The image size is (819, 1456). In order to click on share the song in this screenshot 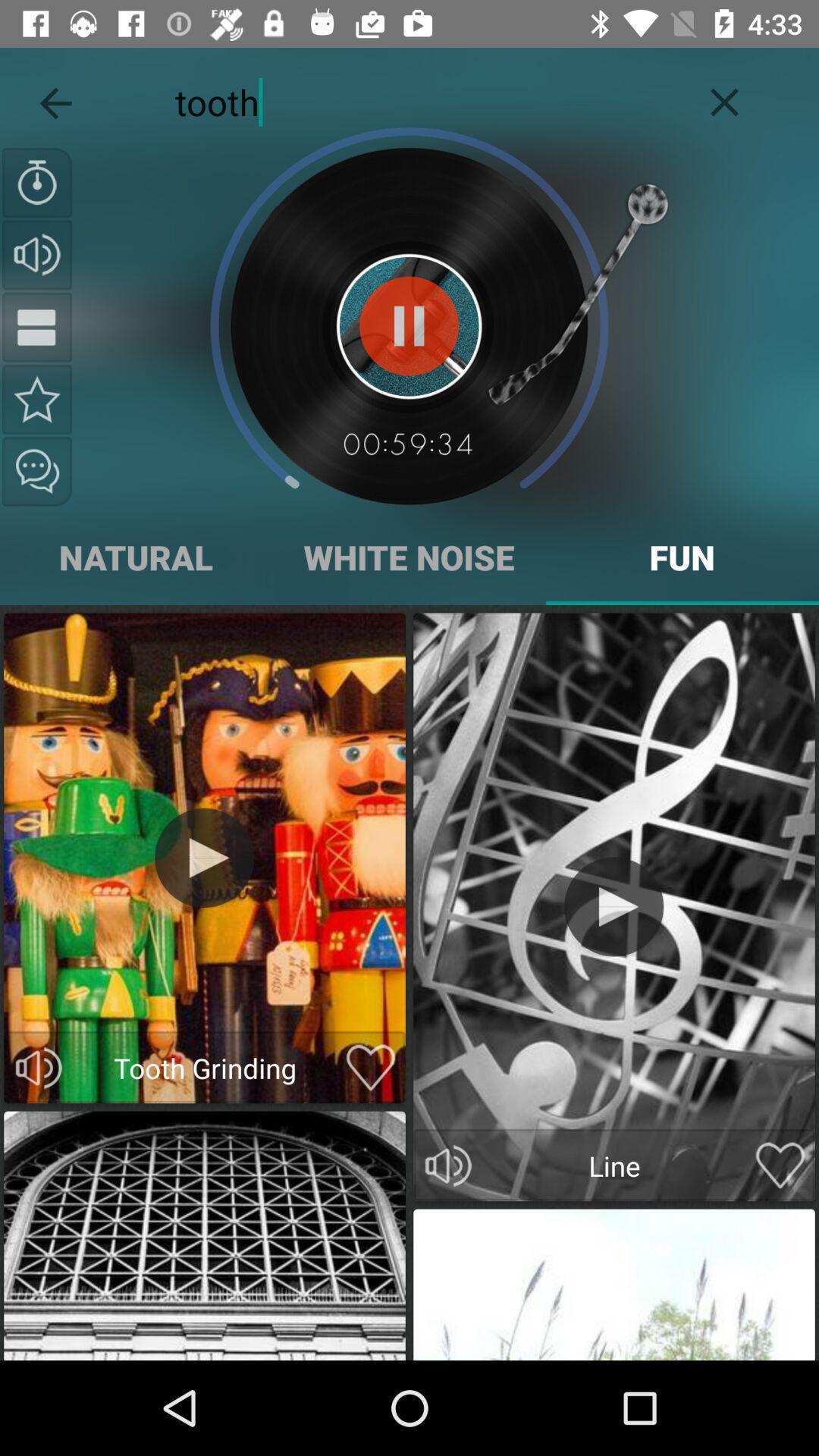, I will do `click(36, 471)`.